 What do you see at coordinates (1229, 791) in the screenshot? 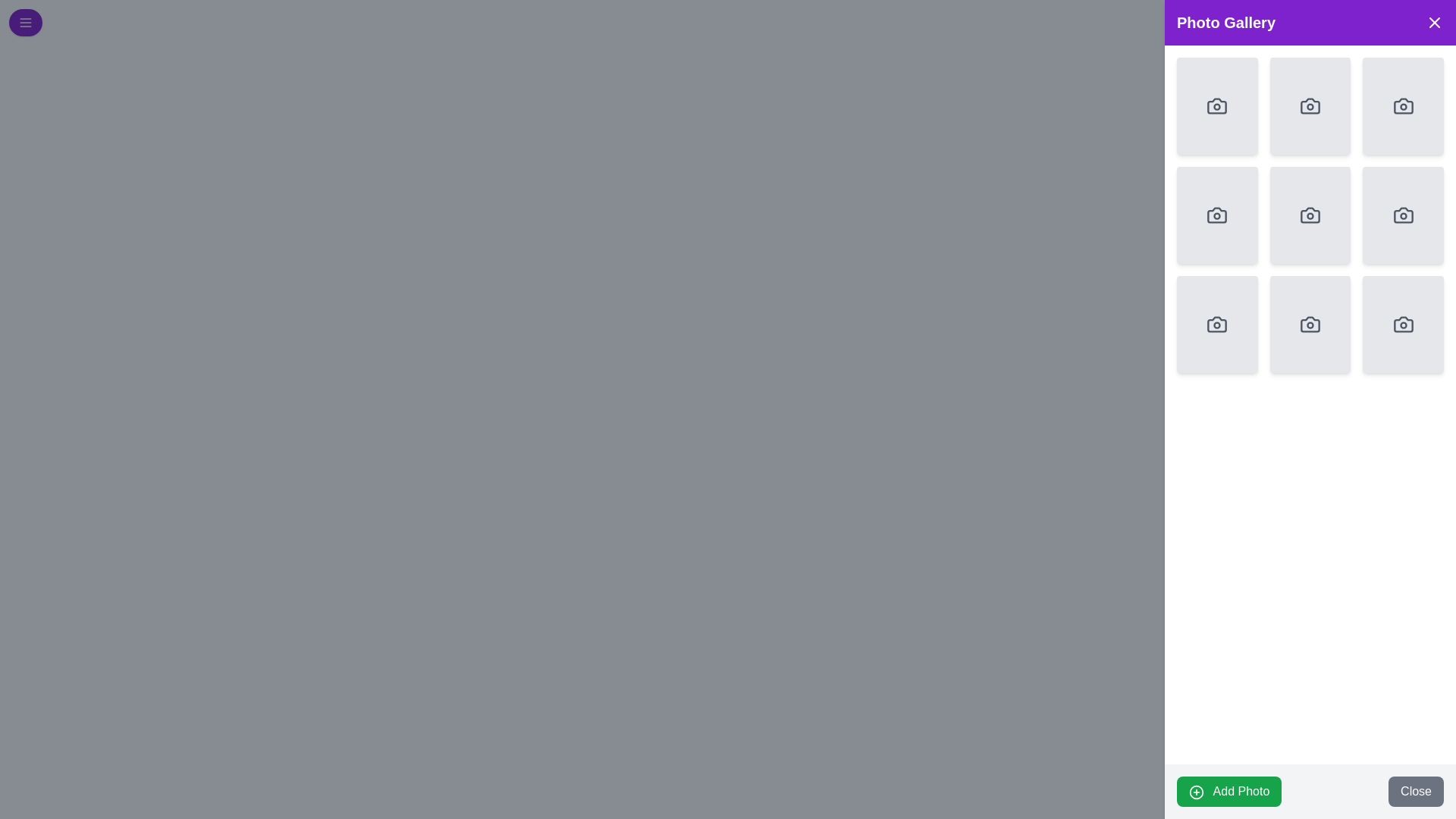
I see `the green 'Add Photo' button with rounded corners located at the bottom left of the Photo Gallery panel to change its color` at bounding box center [1229, 791].